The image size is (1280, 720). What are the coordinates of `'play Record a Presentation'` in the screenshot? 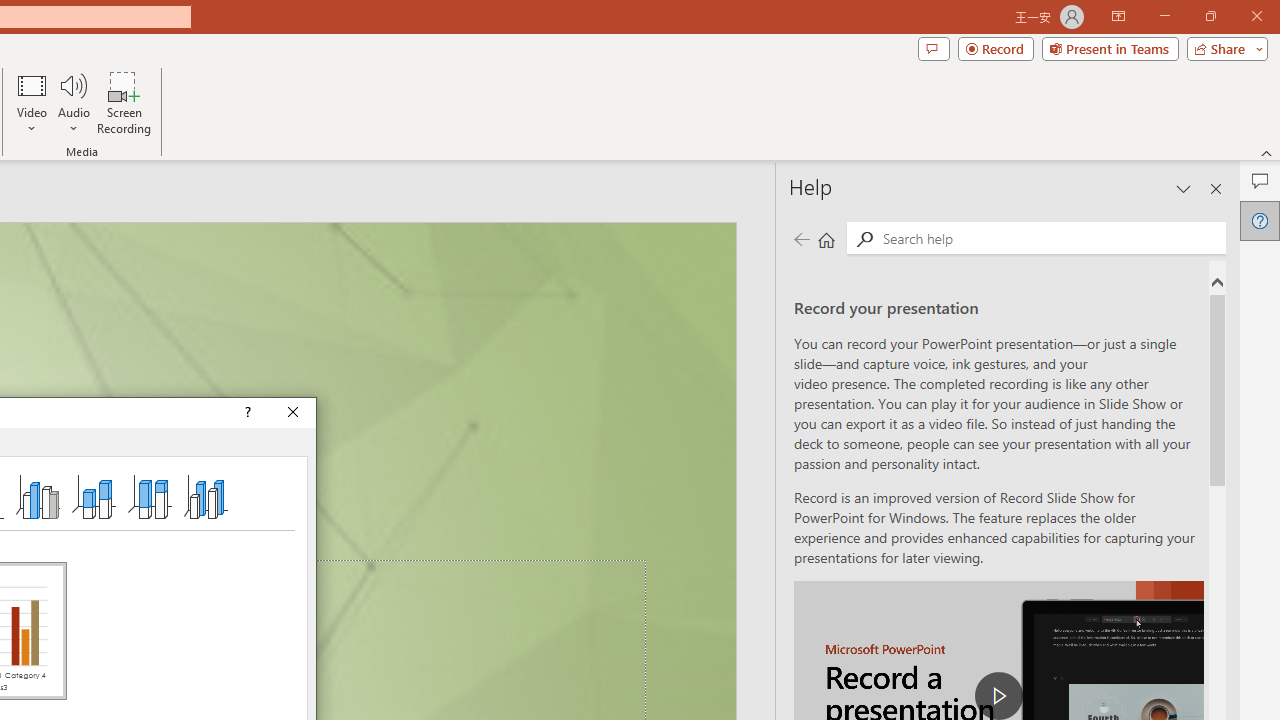 It's located at (999, 694).